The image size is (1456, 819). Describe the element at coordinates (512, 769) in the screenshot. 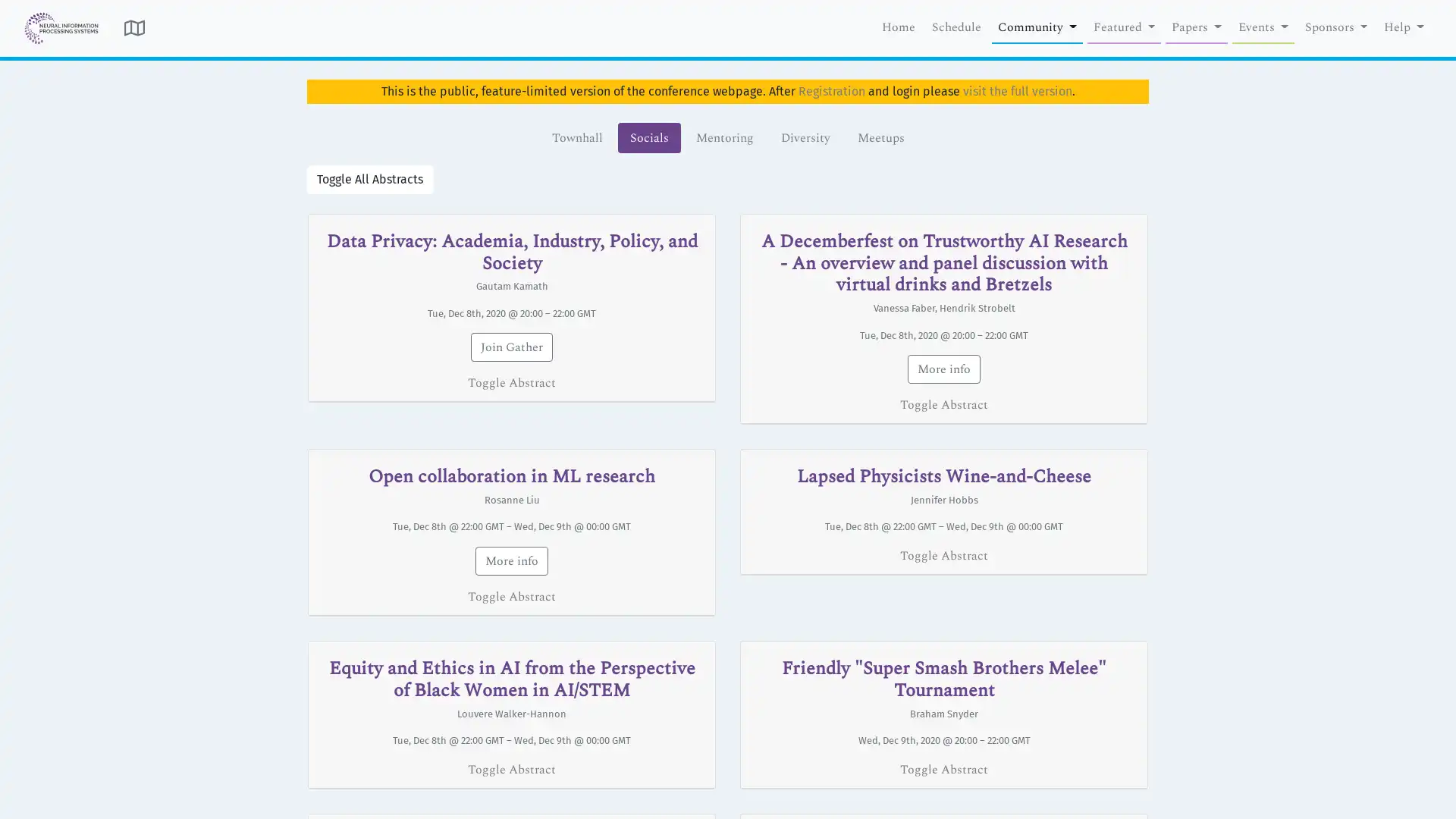

I see `Toggle Abstract` at that location.